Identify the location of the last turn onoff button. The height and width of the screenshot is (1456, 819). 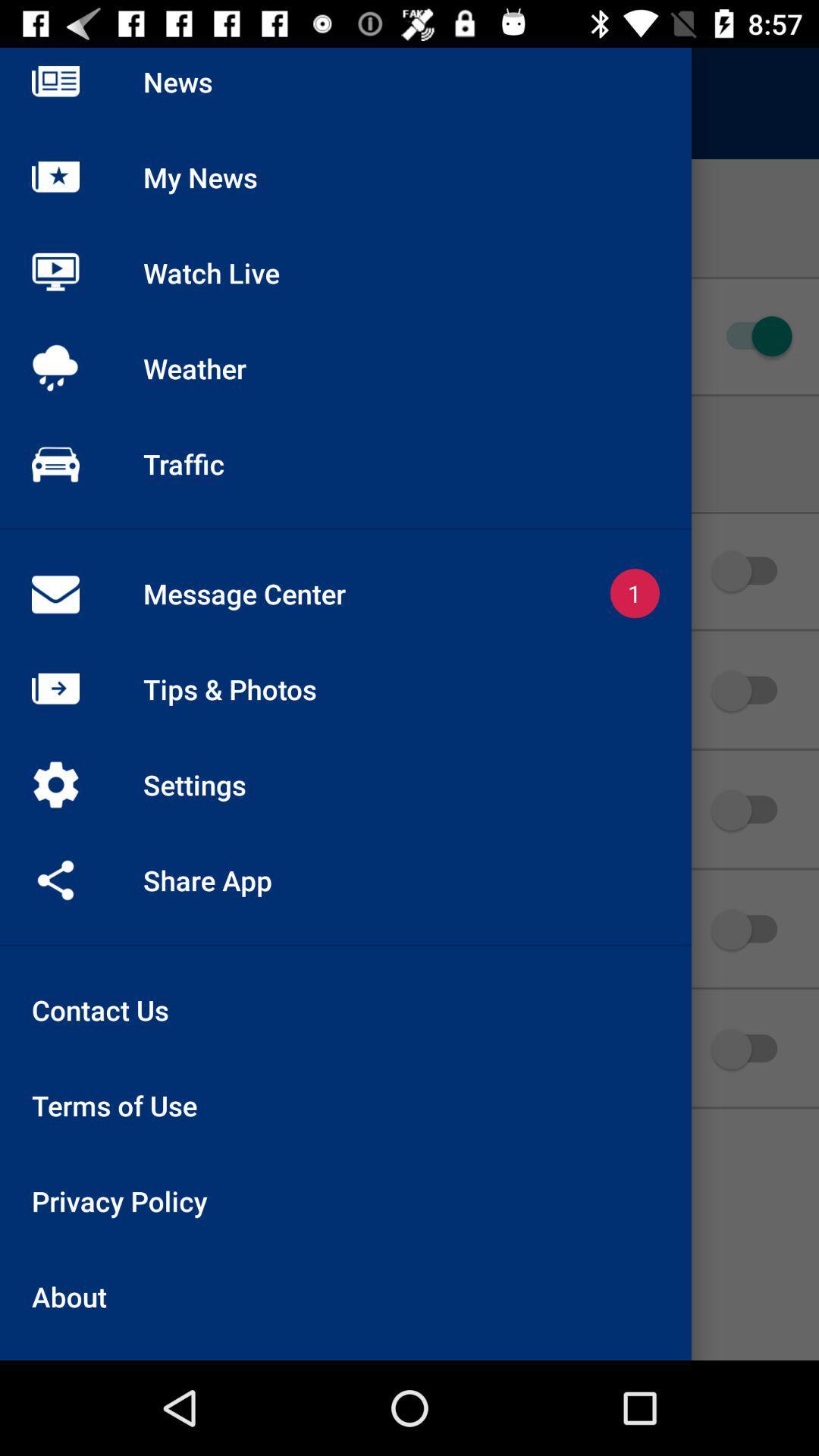
(752, 1048).